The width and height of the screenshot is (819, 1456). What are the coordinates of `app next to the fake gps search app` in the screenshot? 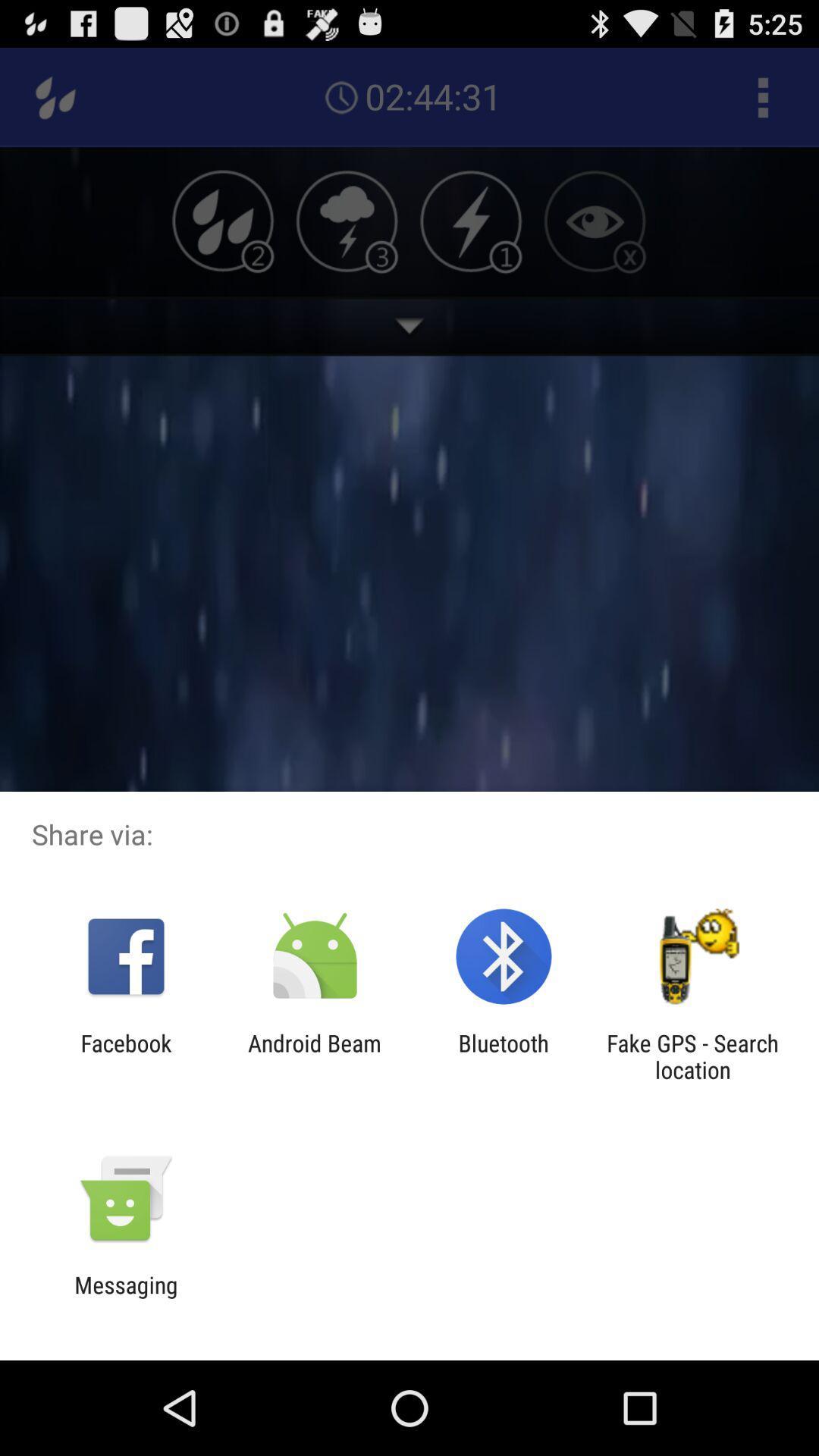 It's located at (504, 1056).